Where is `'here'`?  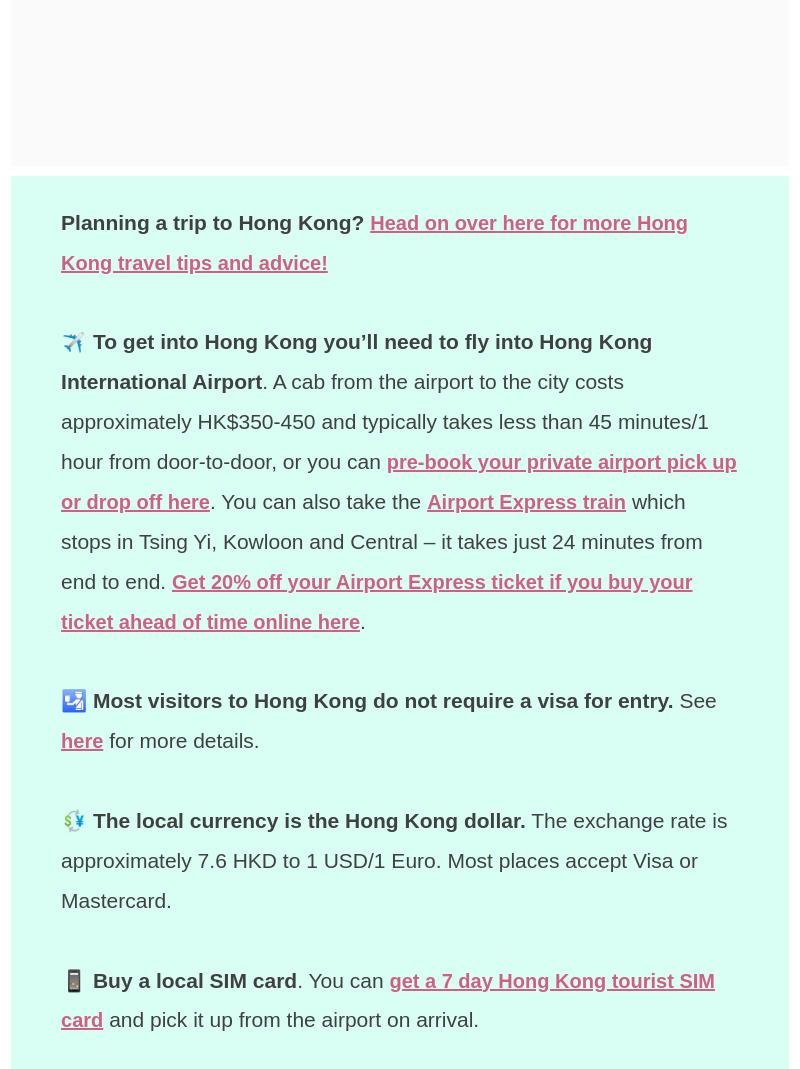
'here' is located at coordinates (83, 739).